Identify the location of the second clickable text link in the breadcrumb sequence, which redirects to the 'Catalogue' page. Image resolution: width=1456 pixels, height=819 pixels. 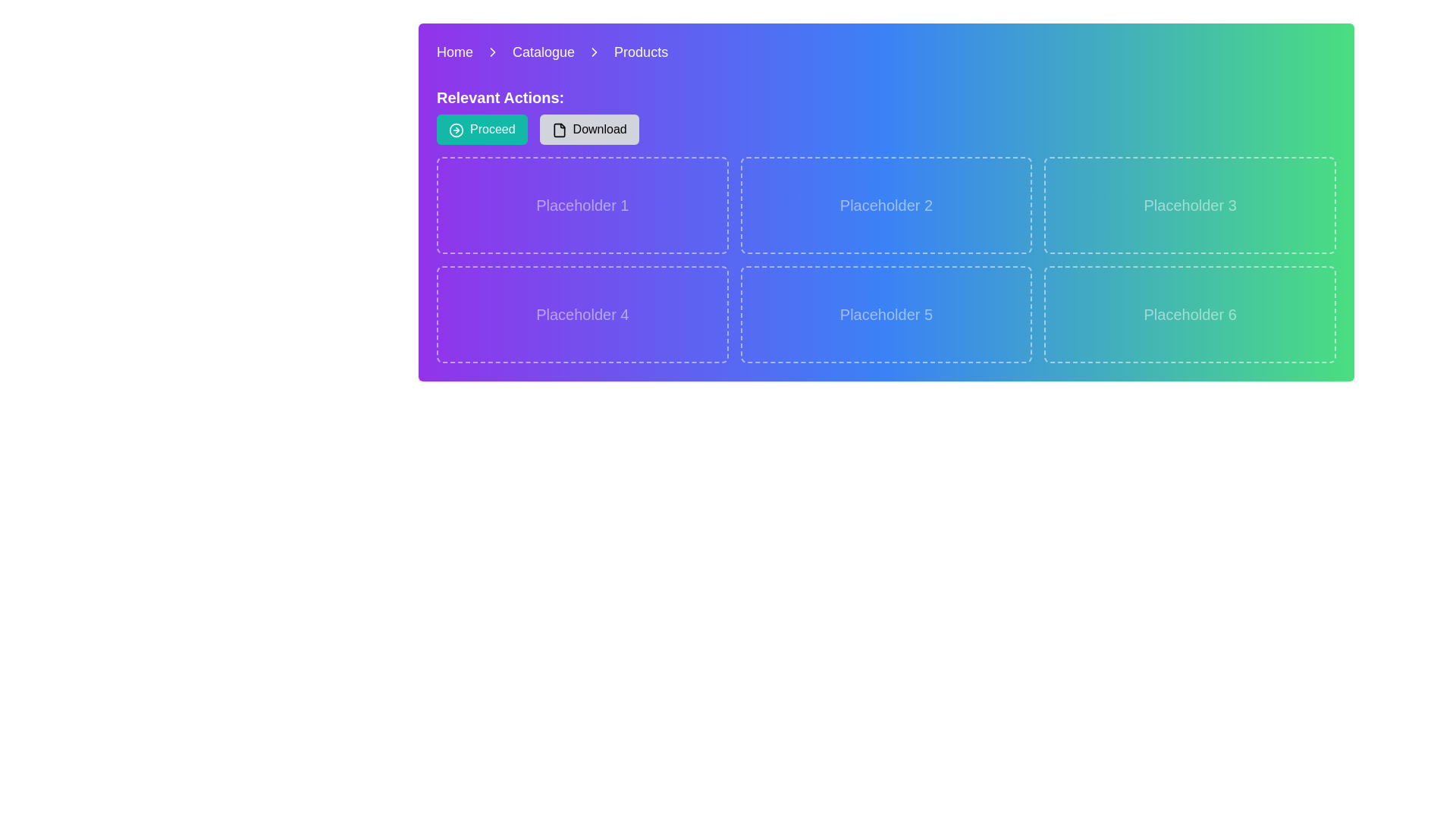
(544, 52).